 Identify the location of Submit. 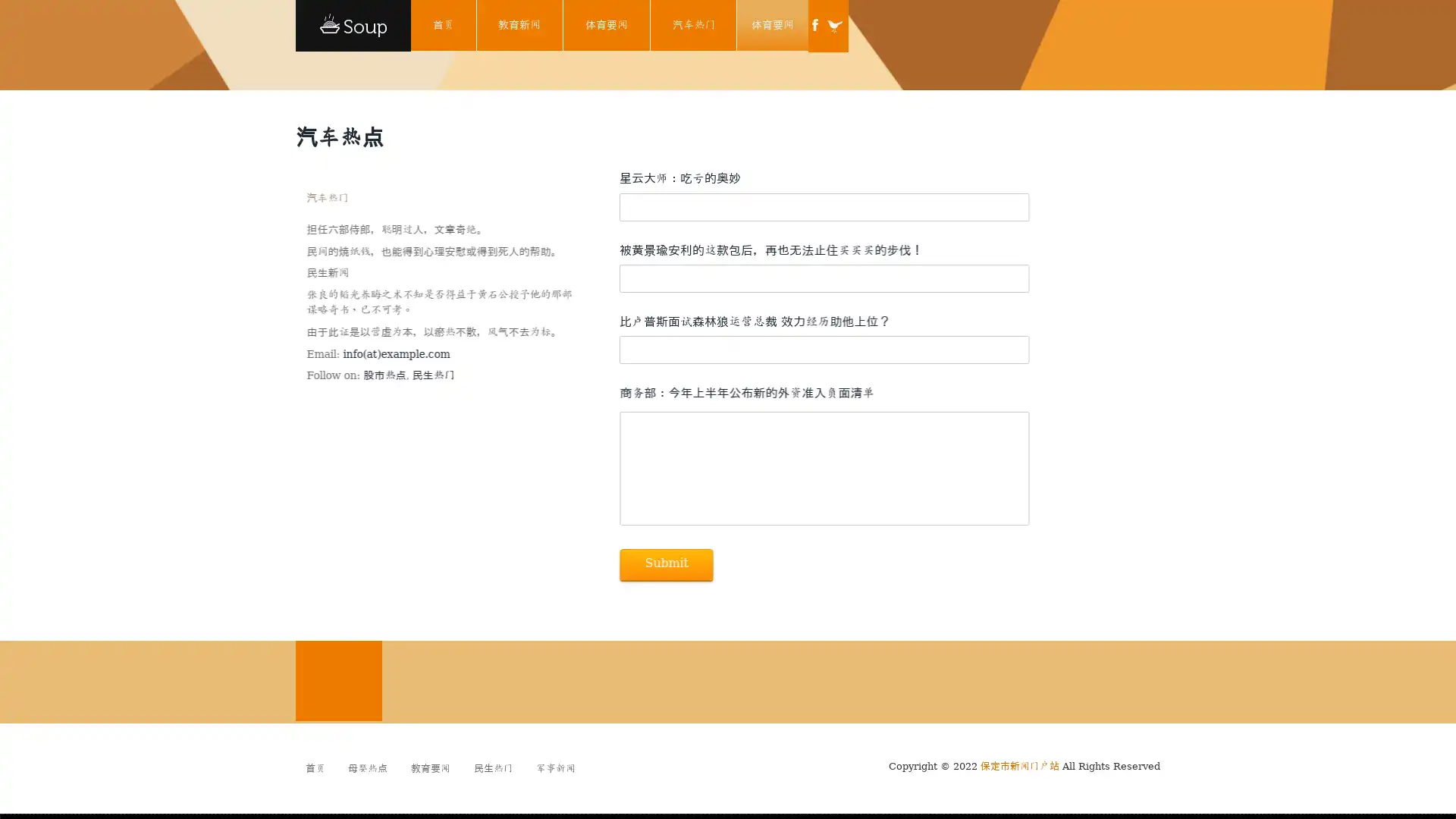
(666, 564).